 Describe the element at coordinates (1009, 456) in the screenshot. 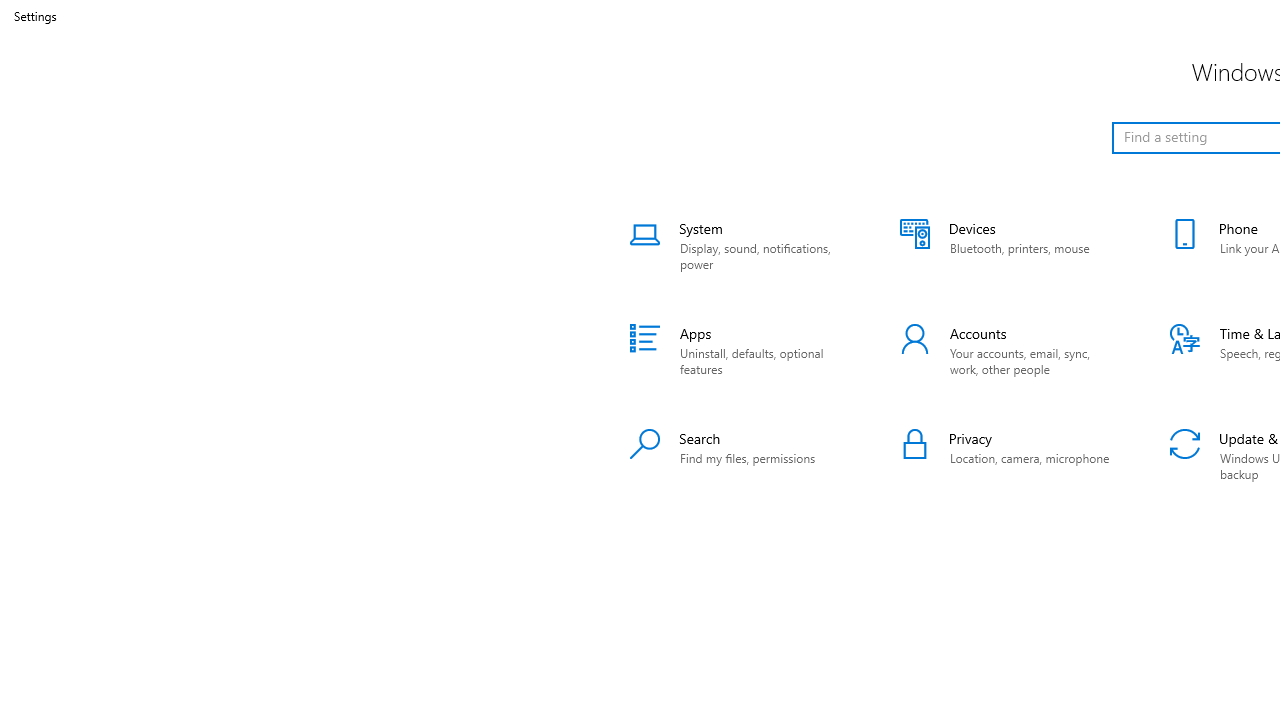

I see `'Privacy'` at that location.